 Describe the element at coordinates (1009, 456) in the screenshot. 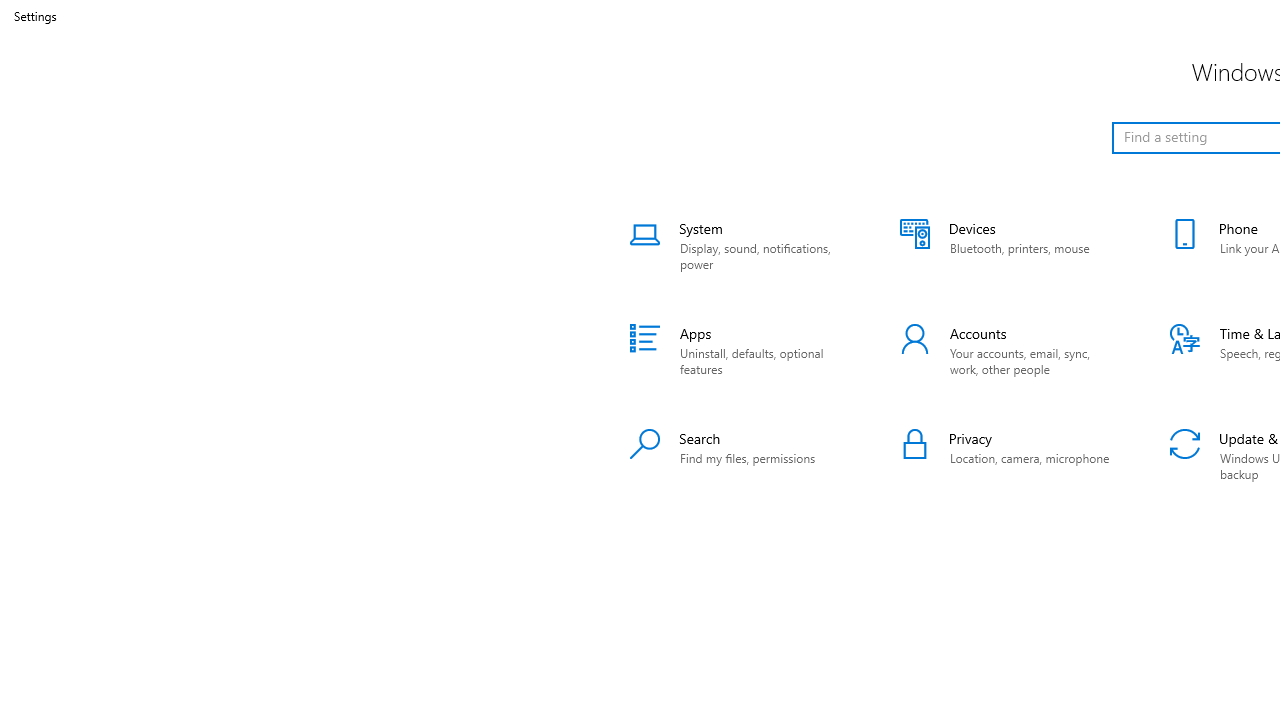

I see `'Privacy'` at that location.